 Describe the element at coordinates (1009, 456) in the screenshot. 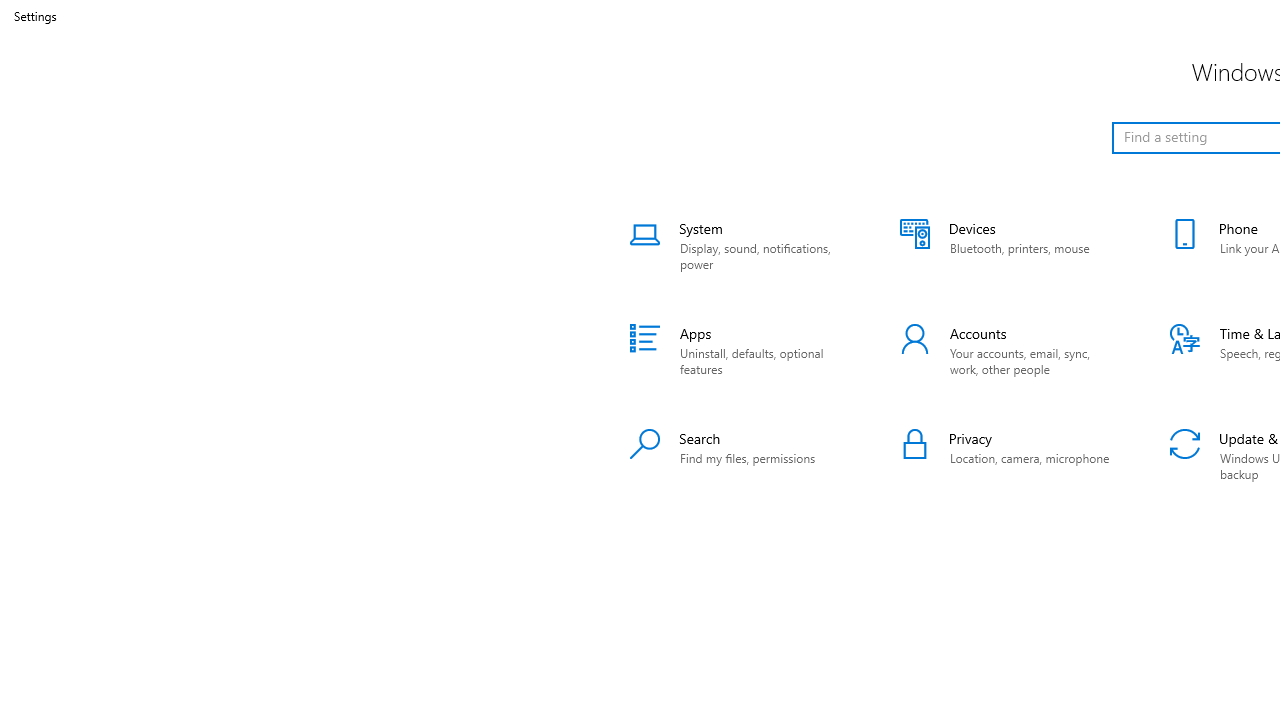

I see `'Privacy'` at that location.